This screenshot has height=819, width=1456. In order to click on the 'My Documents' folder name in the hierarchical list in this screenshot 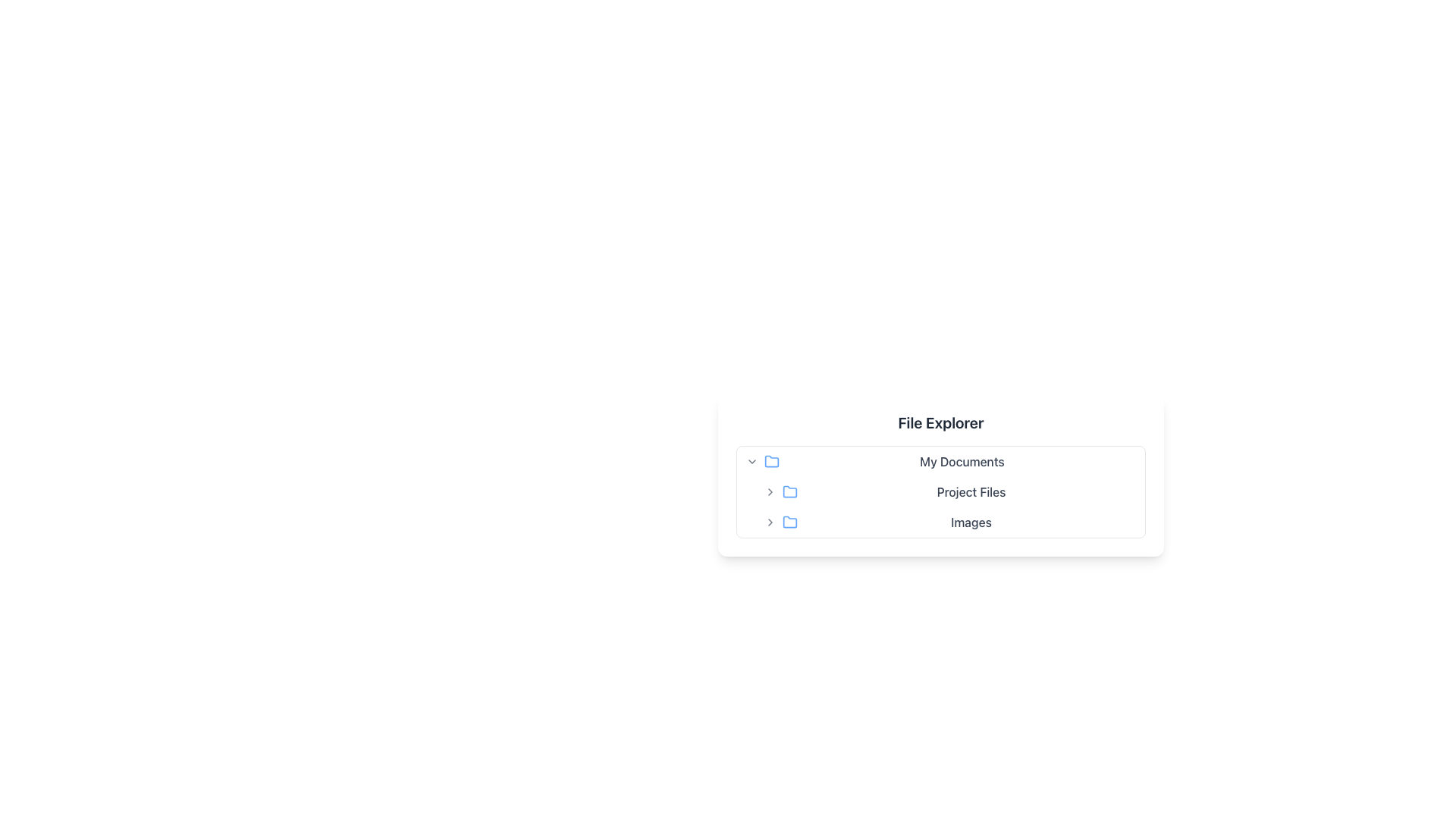, I will do `click(940, 461)`.